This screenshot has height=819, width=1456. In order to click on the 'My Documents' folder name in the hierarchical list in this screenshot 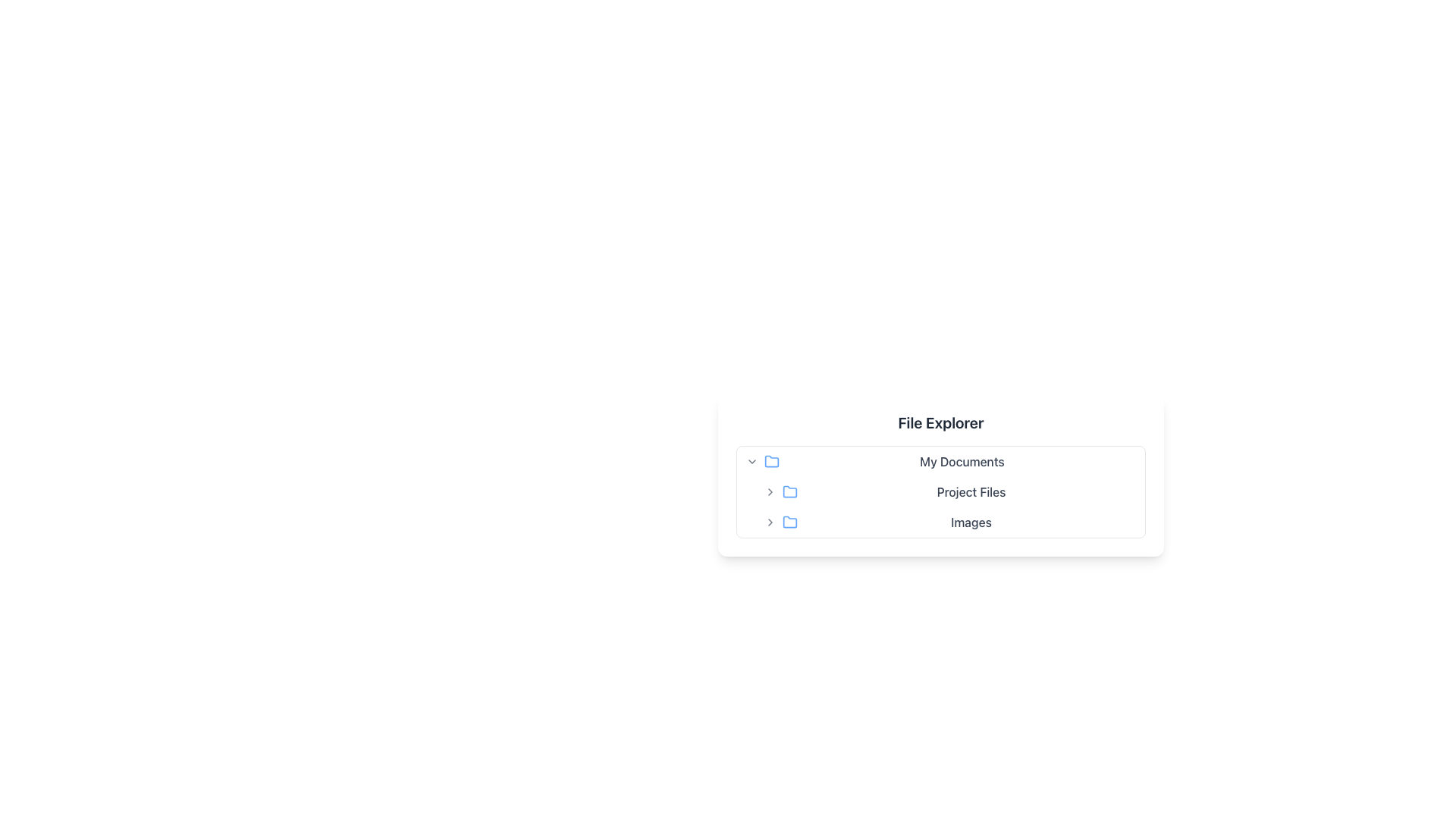, I will do `click(940, 461)`.